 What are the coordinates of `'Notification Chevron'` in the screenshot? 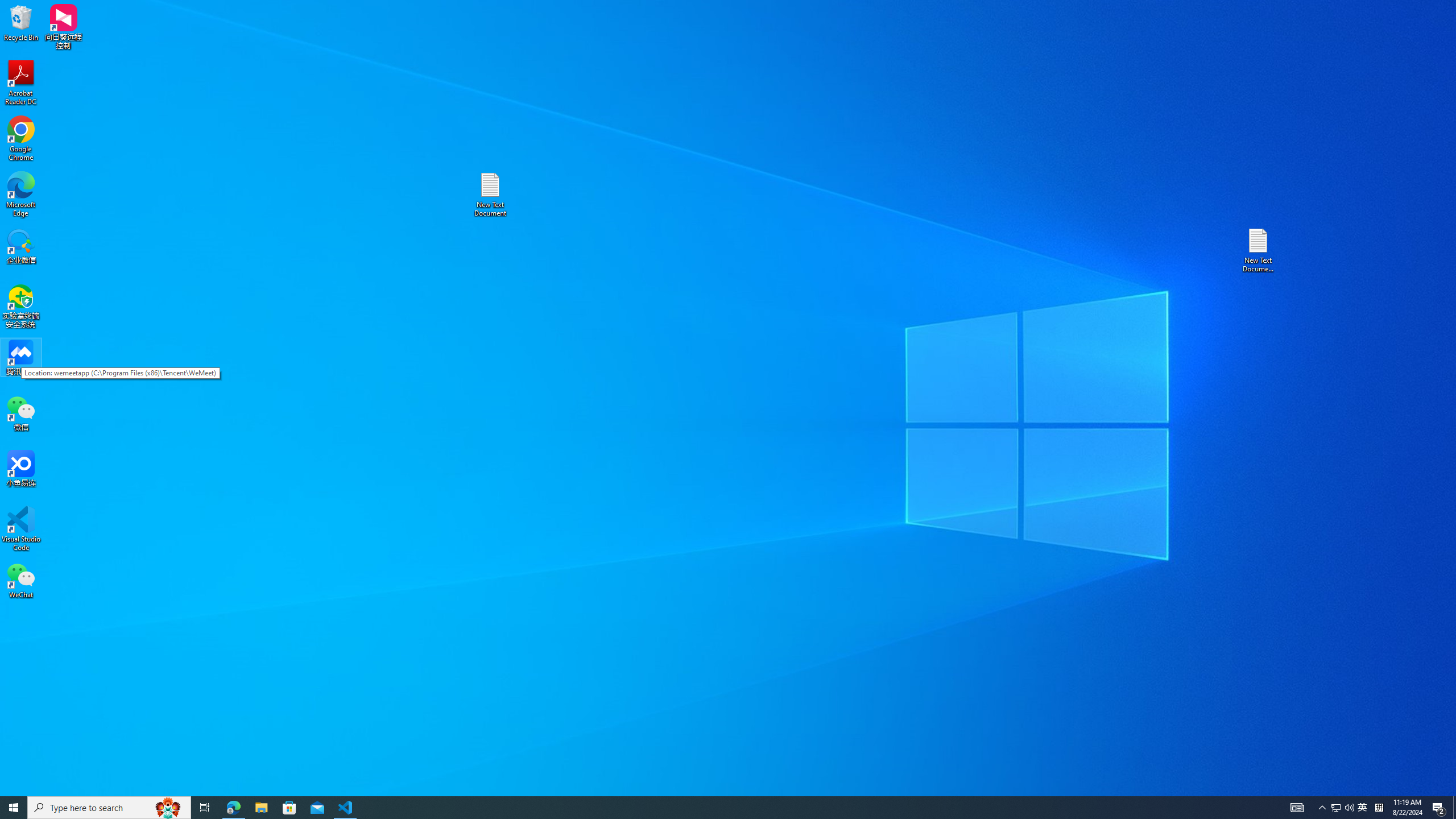 It's located at (1322, 806).